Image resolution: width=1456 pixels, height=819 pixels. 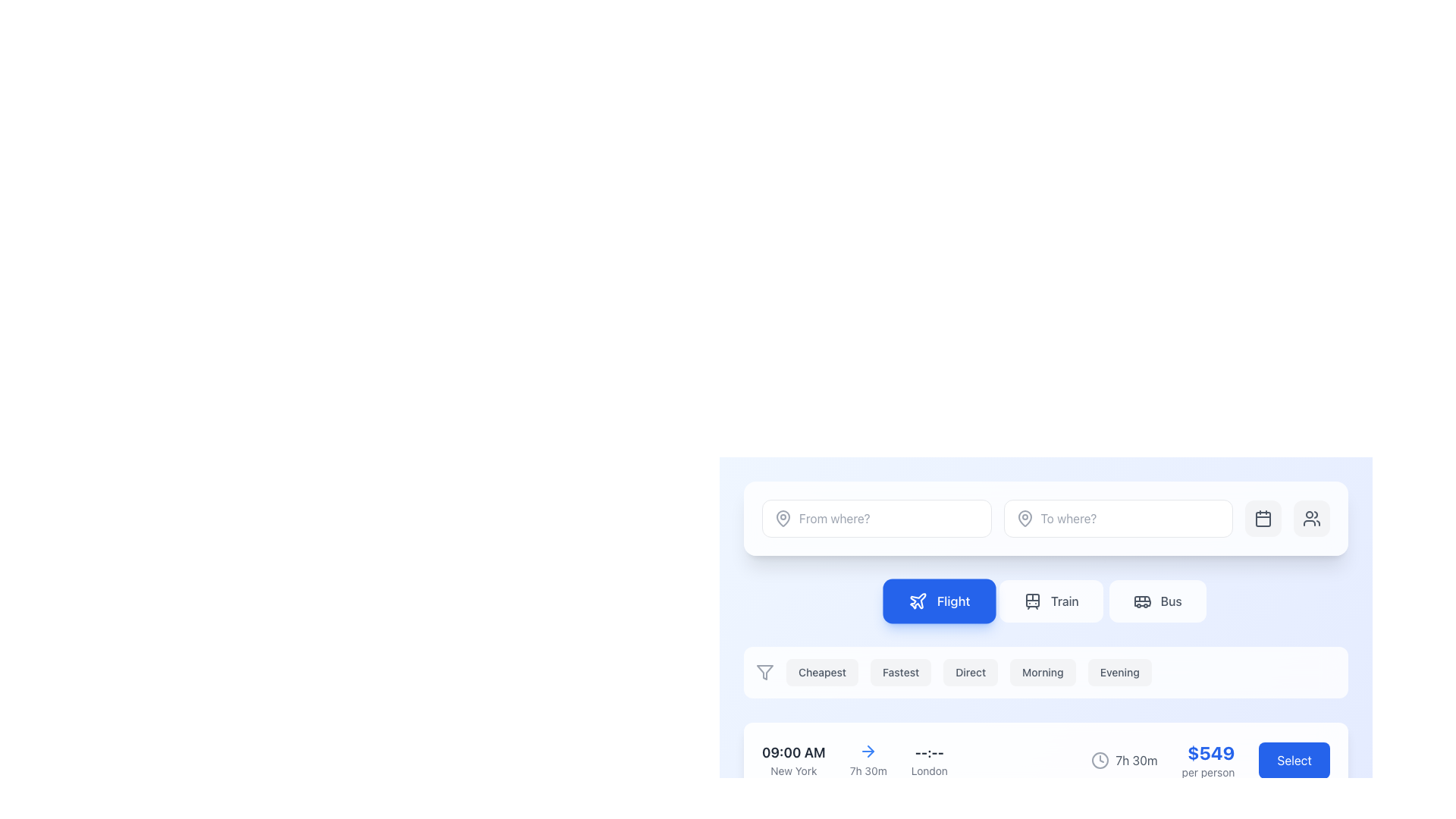 I want to click on the 'Train' button in the horizontal navigation bar, so click(x=1063, y=601).